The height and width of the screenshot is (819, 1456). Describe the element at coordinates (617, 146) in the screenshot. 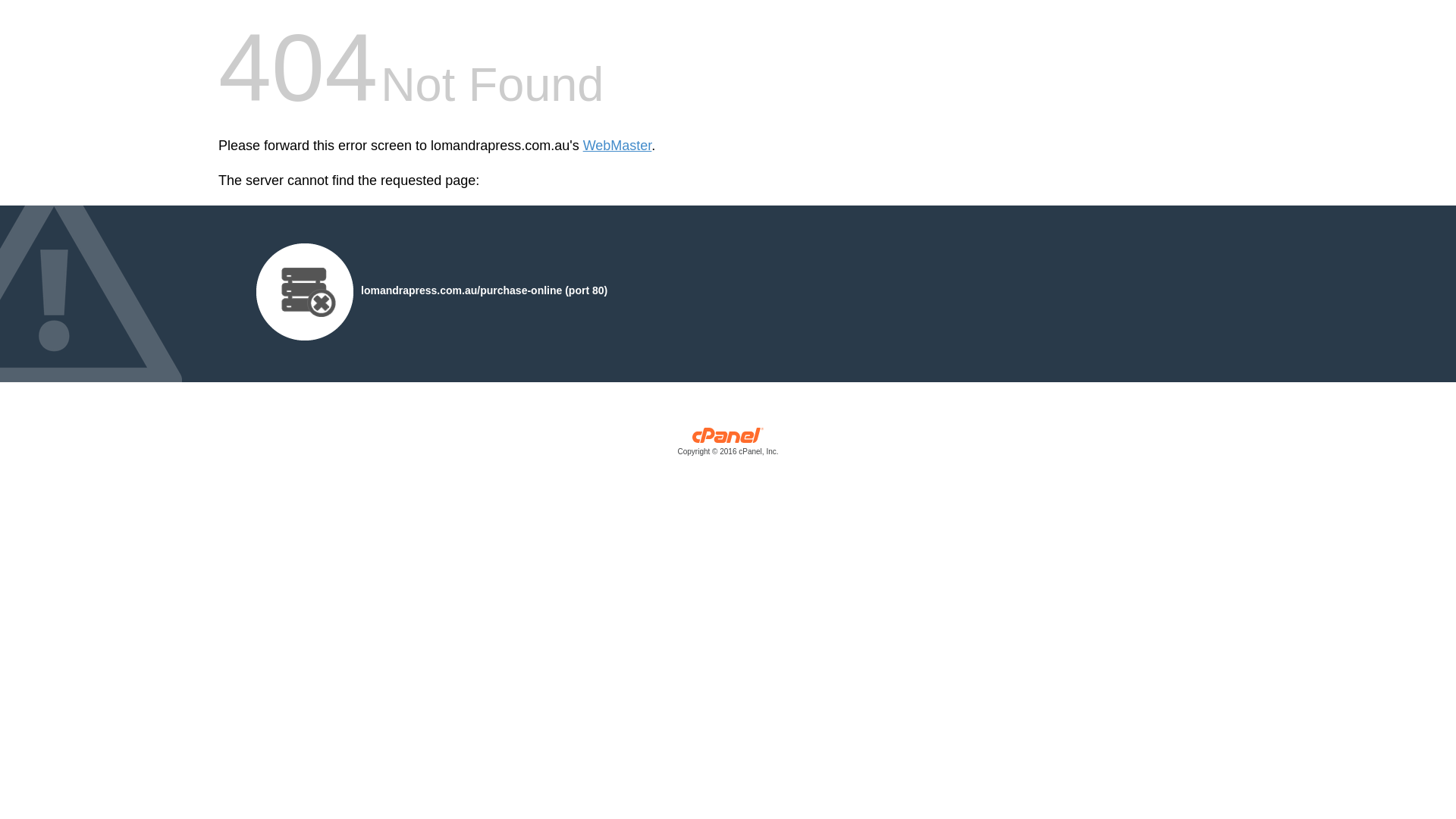

I see `'WebMaster'` at that location.